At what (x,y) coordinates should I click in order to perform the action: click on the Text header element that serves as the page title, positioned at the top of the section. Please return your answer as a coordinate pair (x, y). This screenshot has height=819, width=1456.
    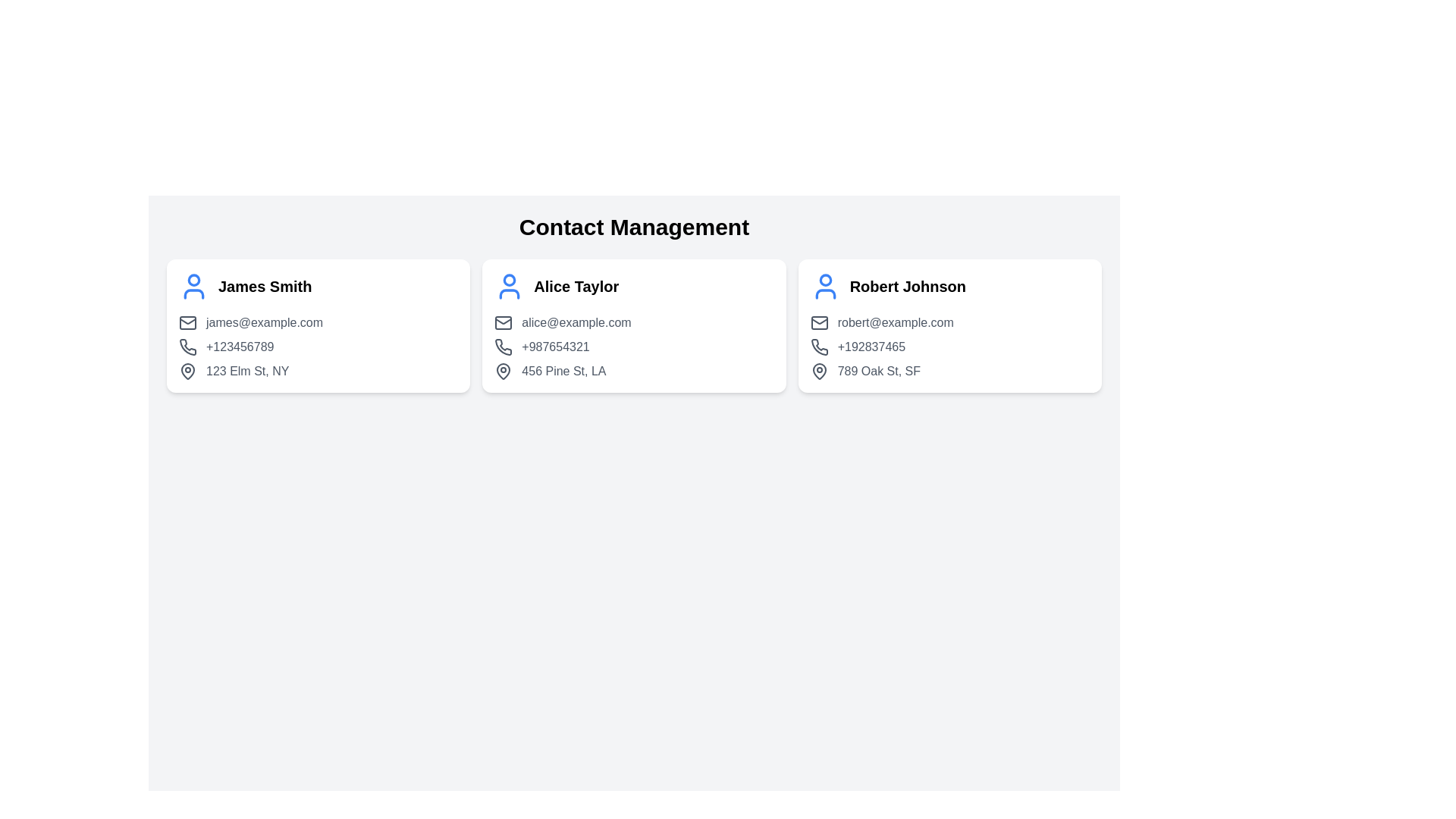
    Looking at the image, I should click on (634, 227).